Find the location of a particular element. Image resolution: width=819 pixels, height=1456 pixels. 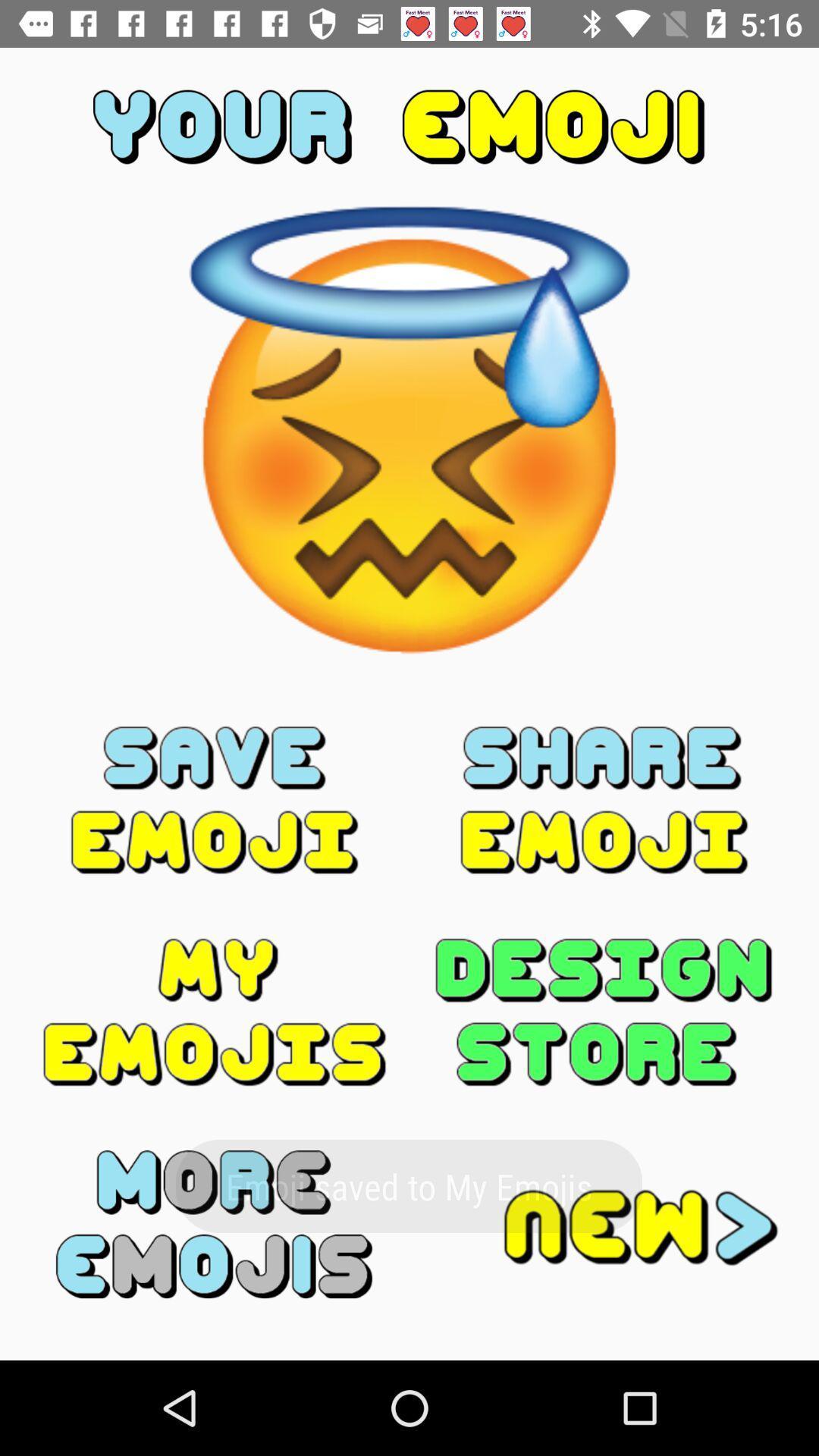

more emojis is located at coordinates (215, 1224).